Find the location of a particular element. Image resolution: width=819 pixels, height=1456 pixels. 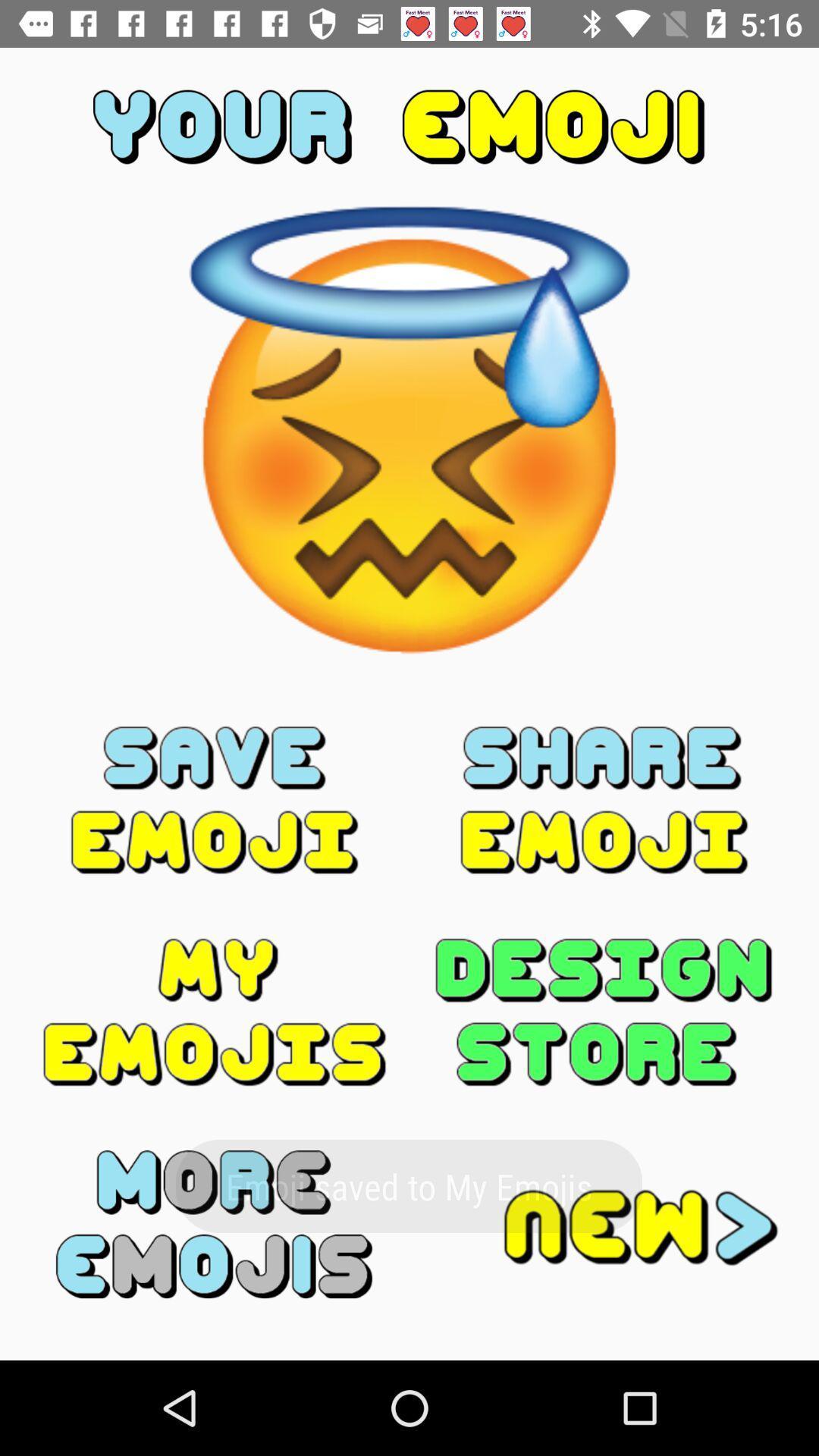

more emojis is located at coordinates (215, 1224).